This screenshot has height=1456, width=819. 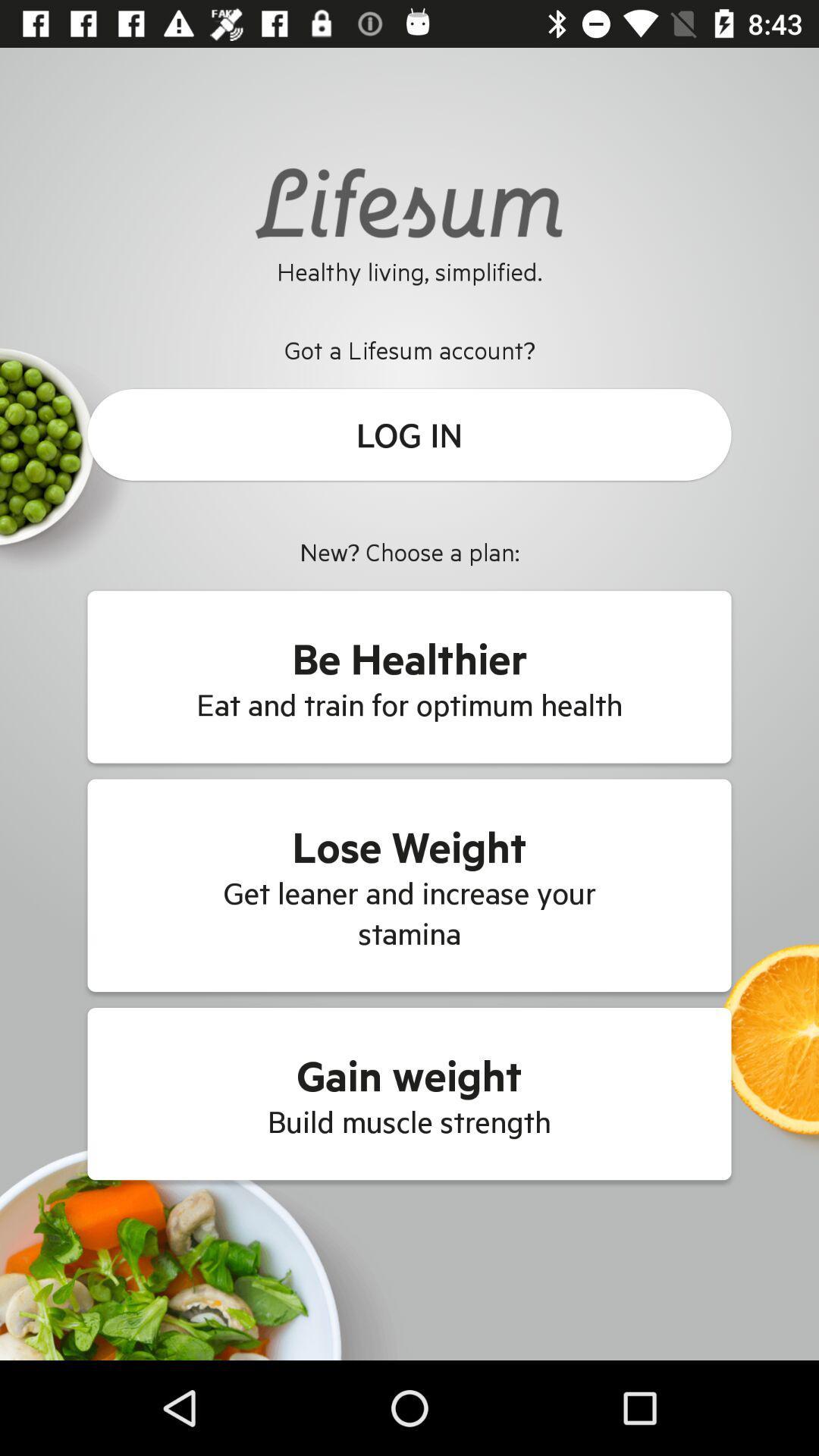 I want to click on icon above new choose a icon, so click(x=409, y=434).